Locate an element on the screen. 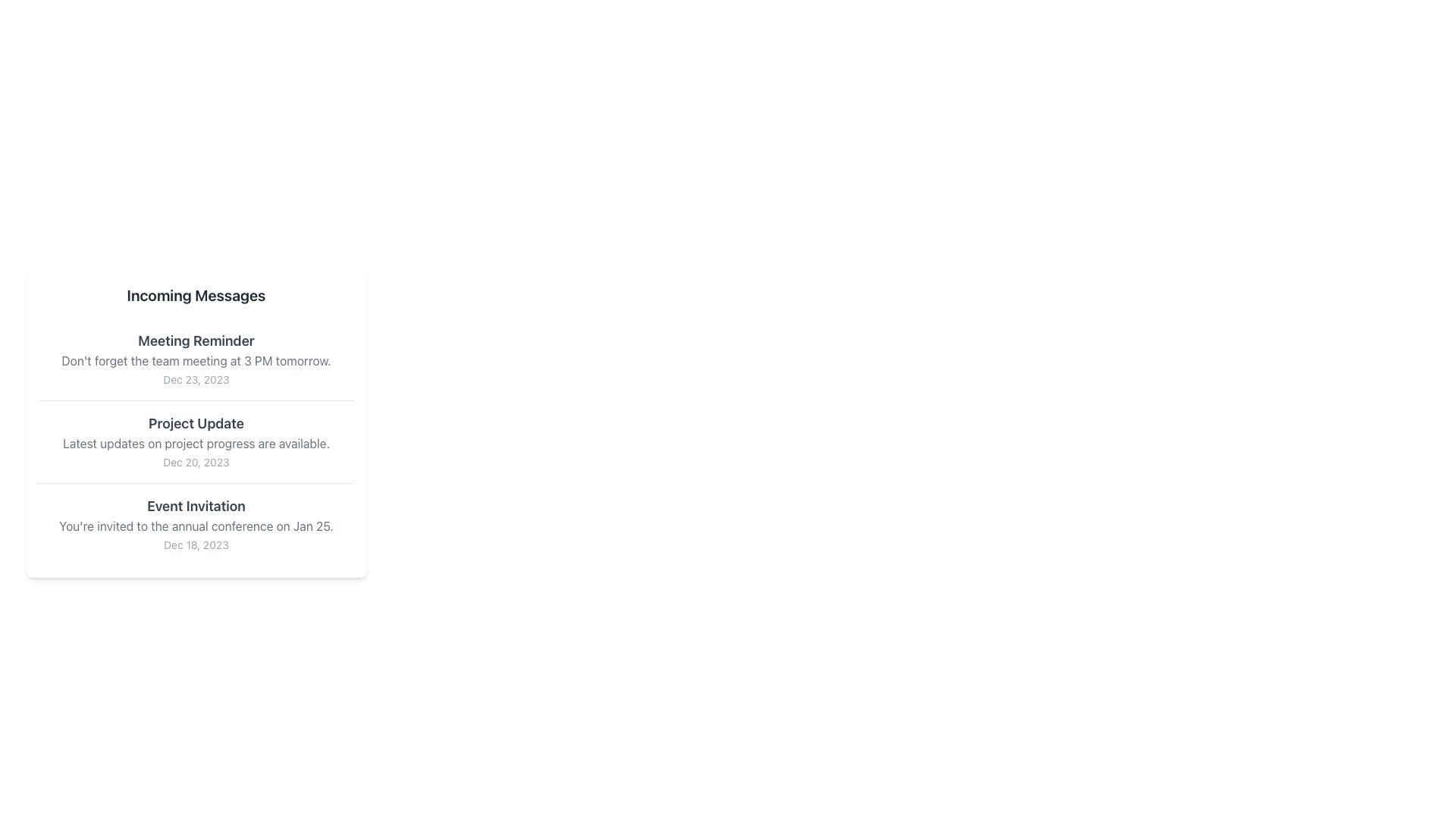  the text label displaying 'Dec 18, 2023', which is styled in a smaller font size and lighter gray shade, located at the bottom of the 'Event Invitation' section, beneath the invitation sentence is located at coordinates (196, 544).